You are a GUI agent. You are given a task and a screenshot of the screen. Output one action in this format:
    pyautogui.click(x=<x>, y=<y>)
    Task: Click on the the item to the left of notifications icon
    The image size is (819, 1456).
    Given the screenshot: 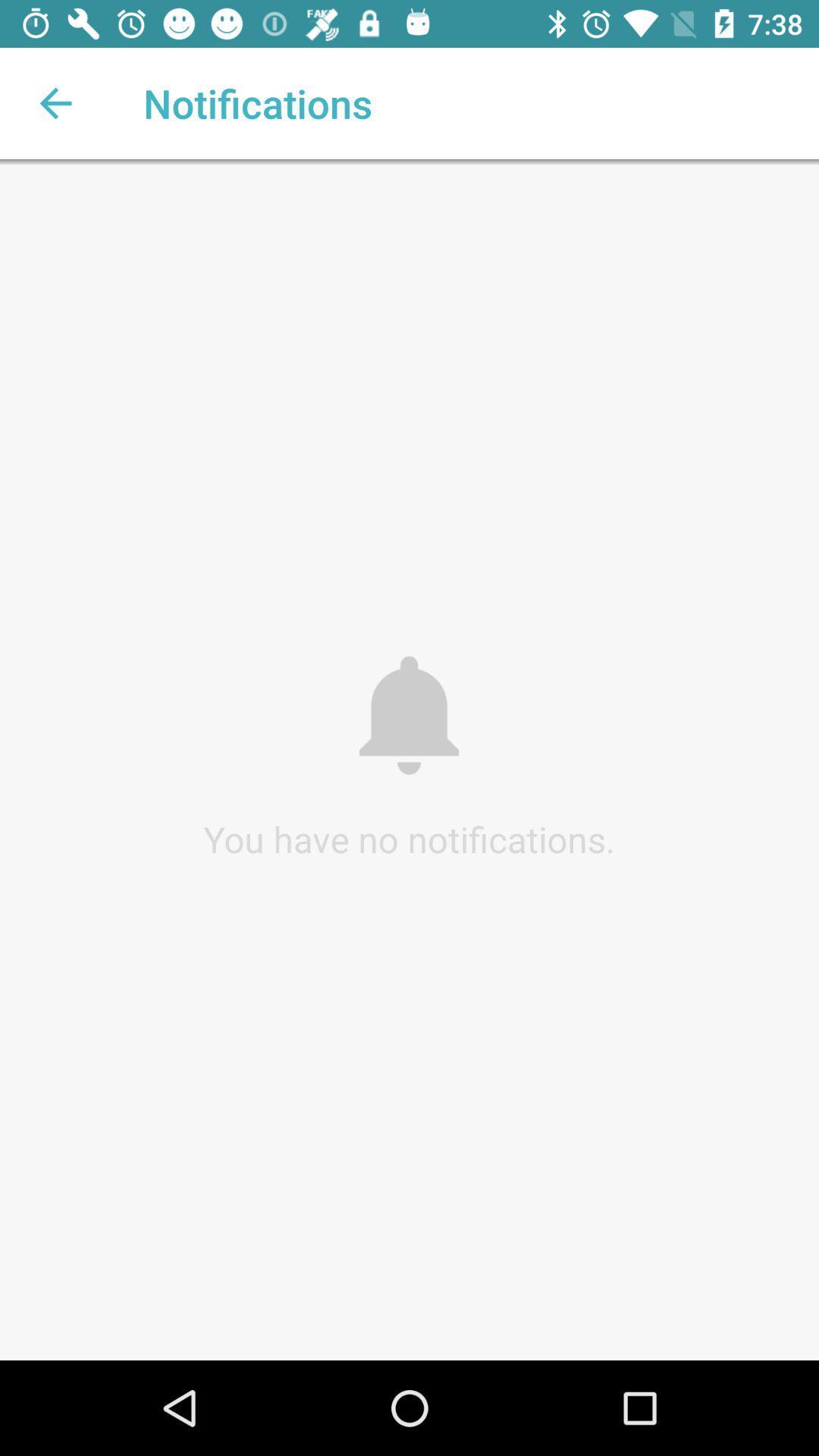 What is the action you would take?
    pyautogui.click(x=55, y=102)
    